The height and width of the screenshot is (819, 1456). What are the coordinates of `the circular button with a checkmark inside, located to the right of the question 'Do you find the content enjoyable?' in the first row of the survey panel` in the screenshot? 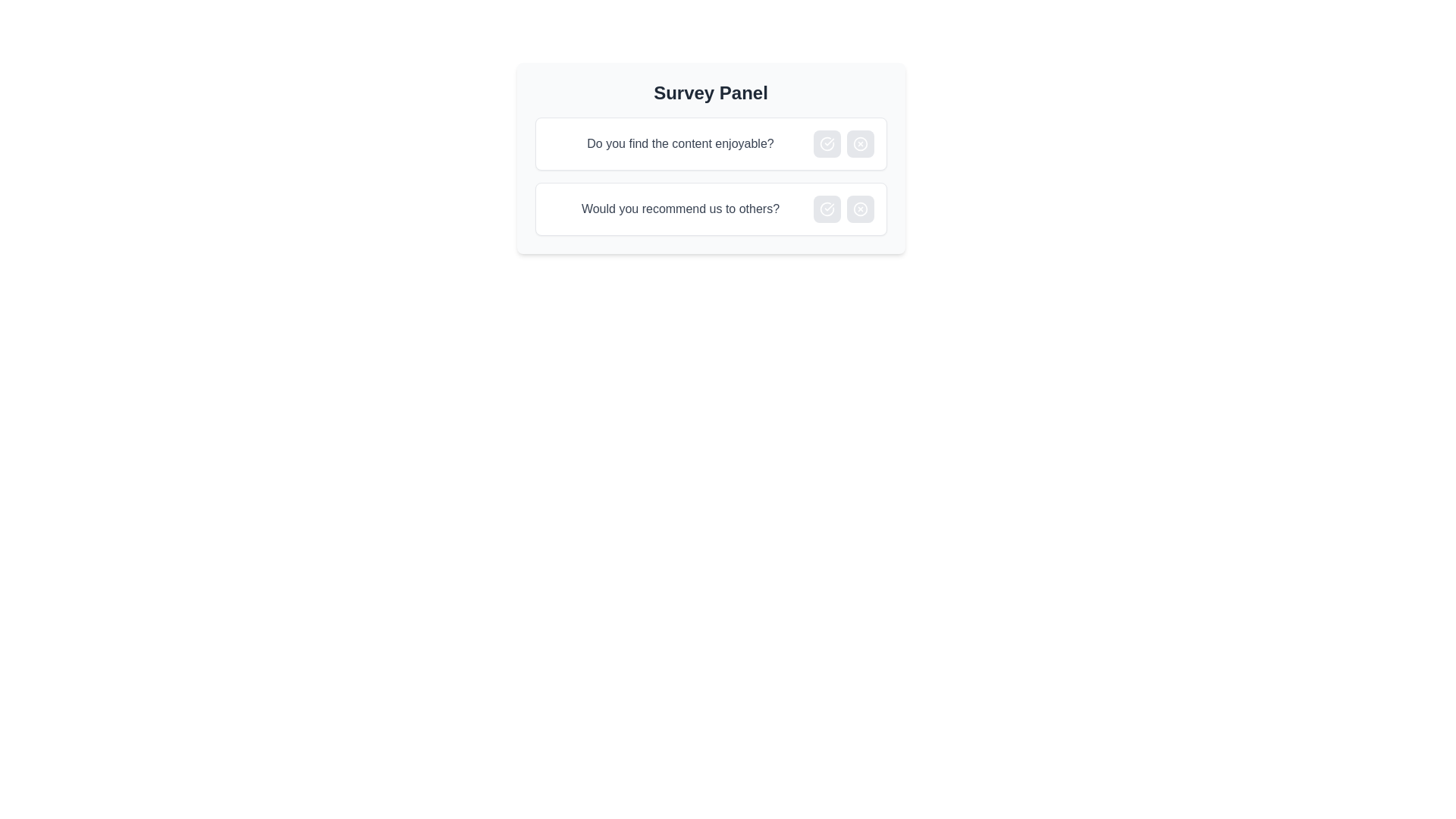 It's located at (826, 143).